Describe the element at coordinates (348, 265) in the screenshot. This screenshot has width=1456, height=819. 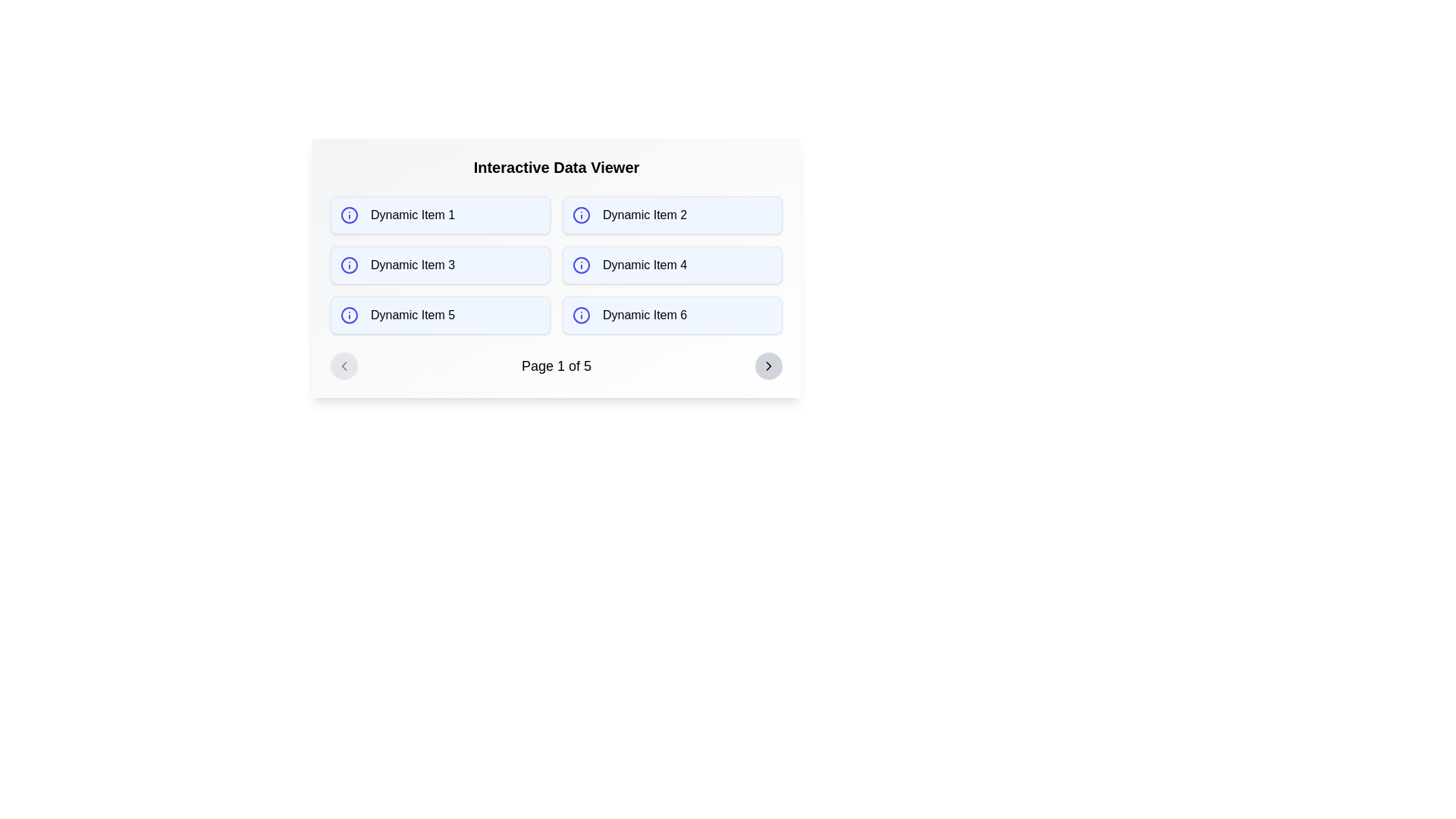
I see `the central SVG Circle element that is part of the icon aligned to the left of 'Dynamic Item 3'` at that location.